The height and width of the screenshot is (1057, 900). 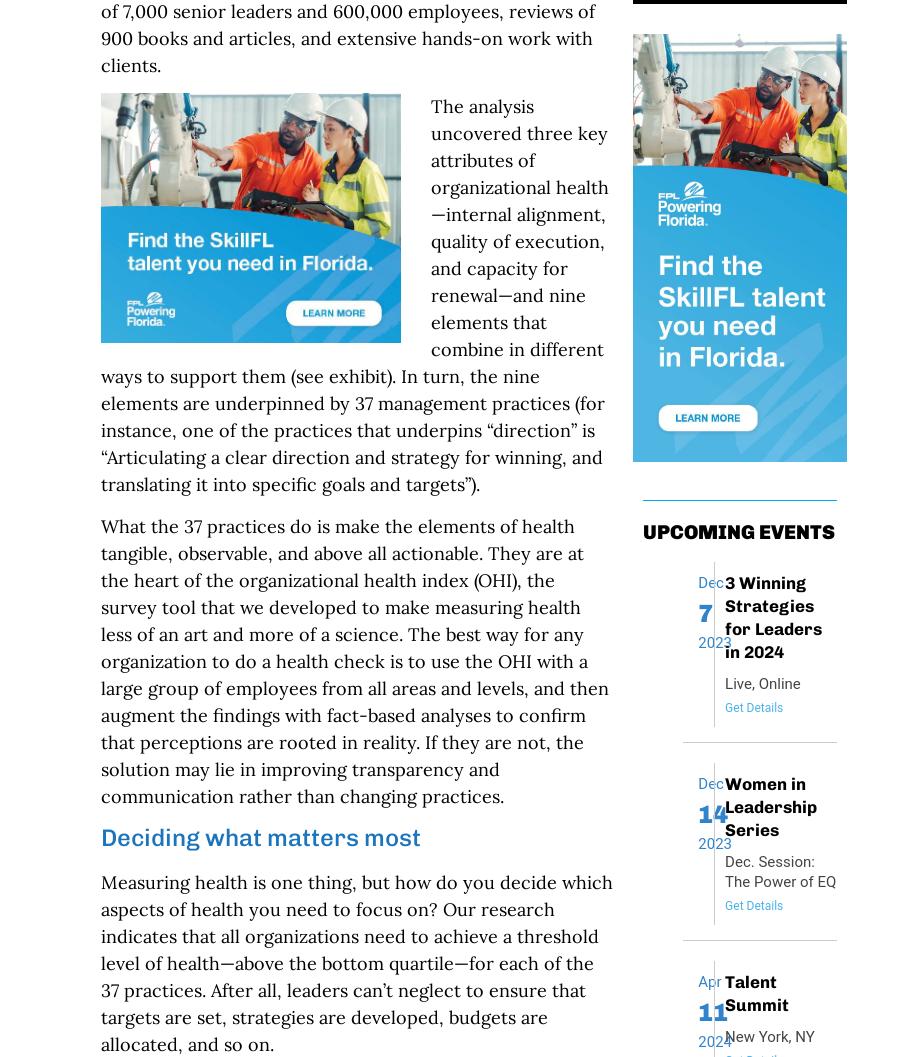 I want to click on 'Talent Summit', so click(x=755, y=992).